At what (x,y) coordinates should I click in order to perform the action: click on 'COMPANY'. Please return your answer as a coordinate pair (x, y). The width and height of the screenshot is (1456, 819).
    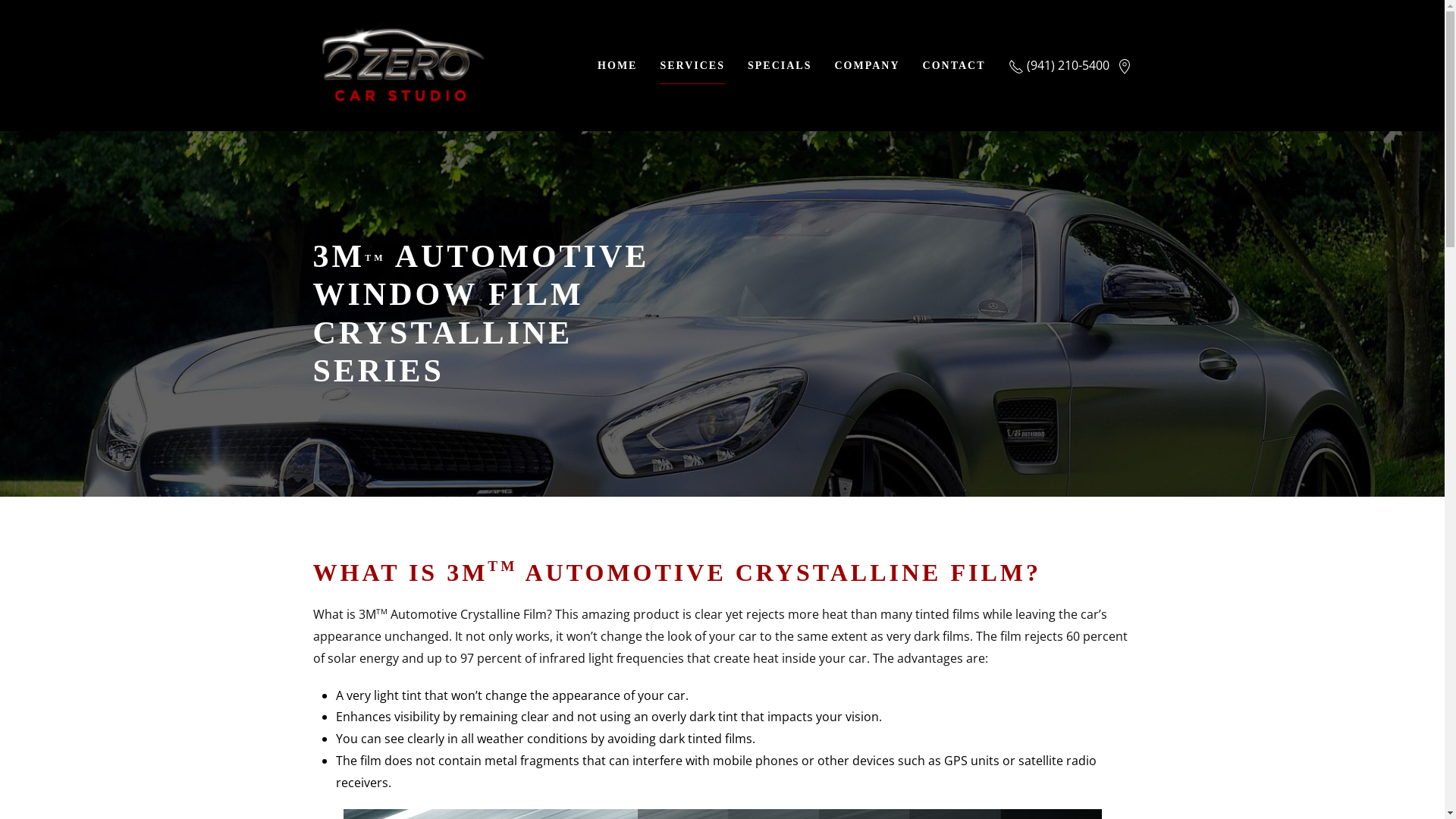
    Looking at the image, I should click on (866, 64).